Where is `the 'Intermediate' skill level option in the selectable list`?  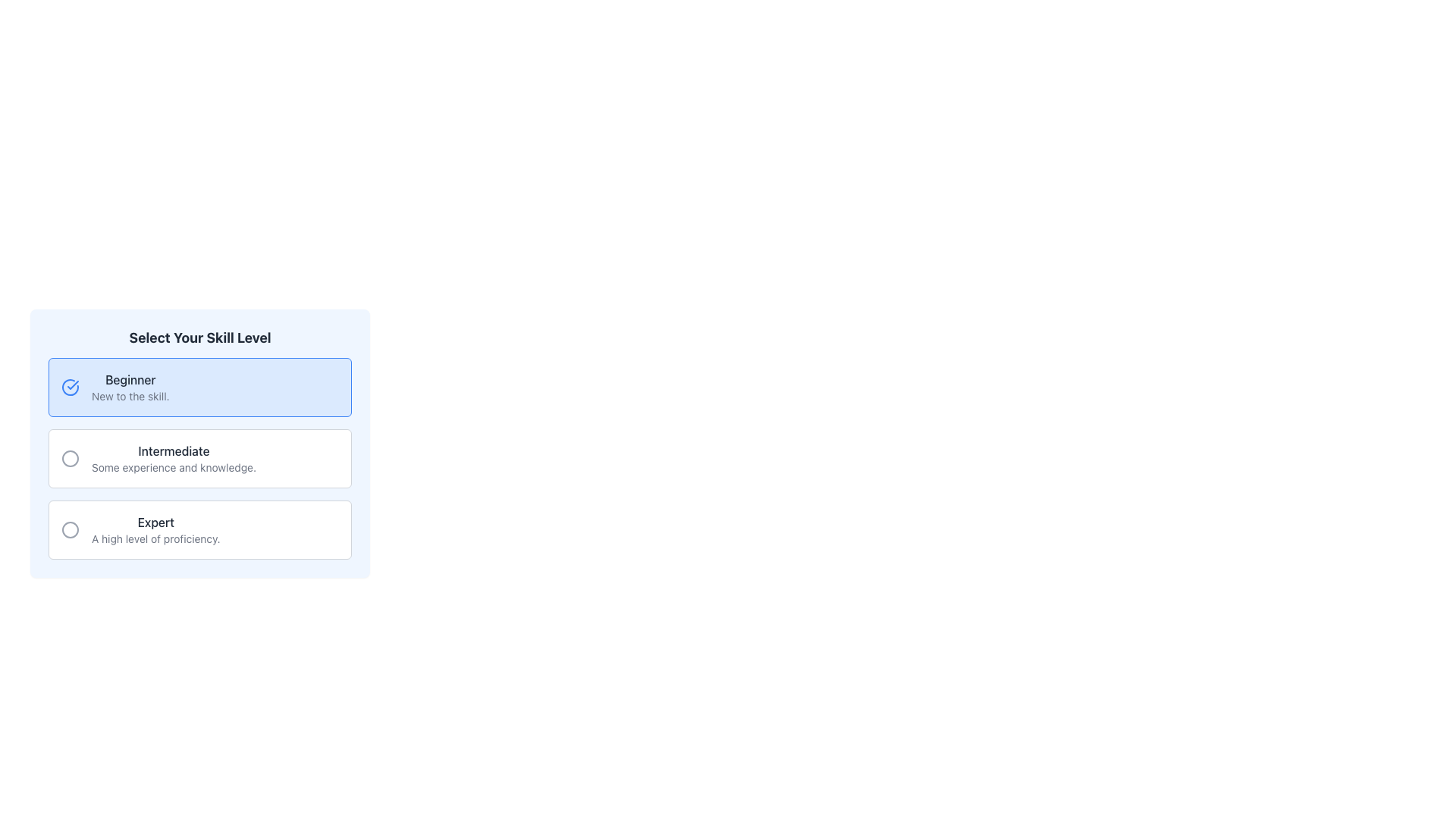
the 'Intermediate' skill level option in the selectable list is located at coordinates (174, 458).